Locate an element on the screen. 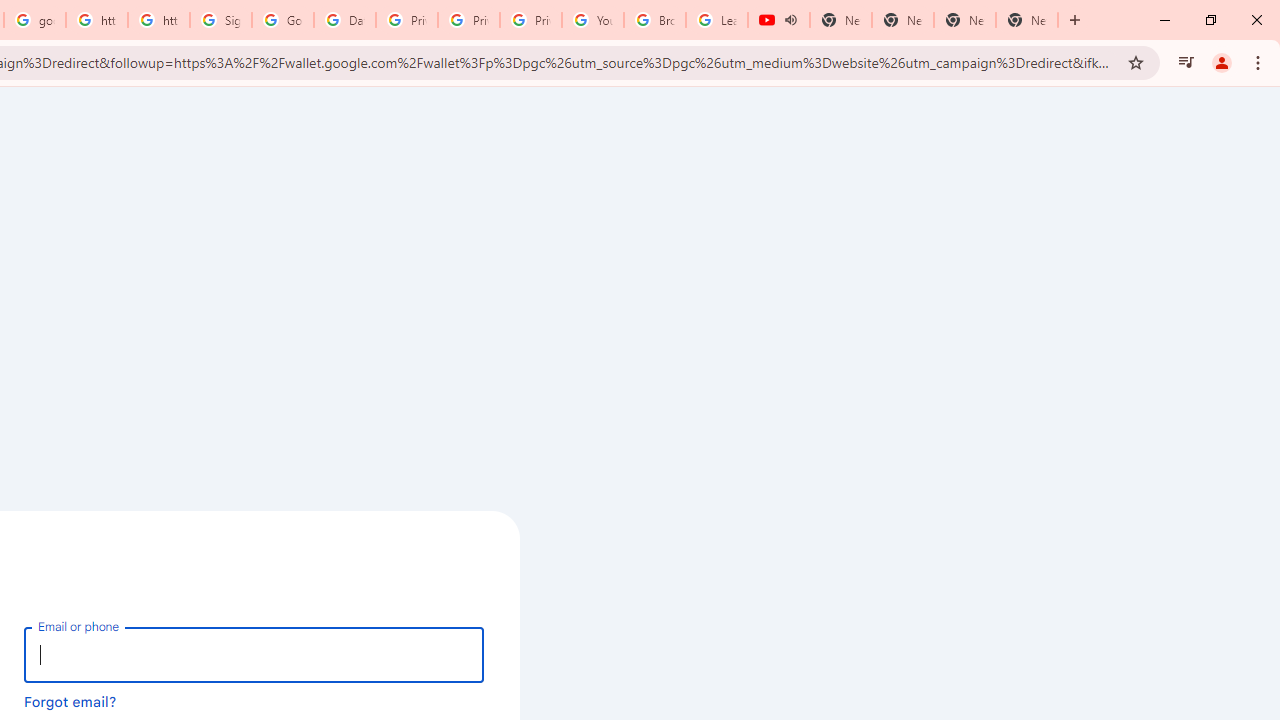  'Email or phone' is located at coordinates (253, 654).